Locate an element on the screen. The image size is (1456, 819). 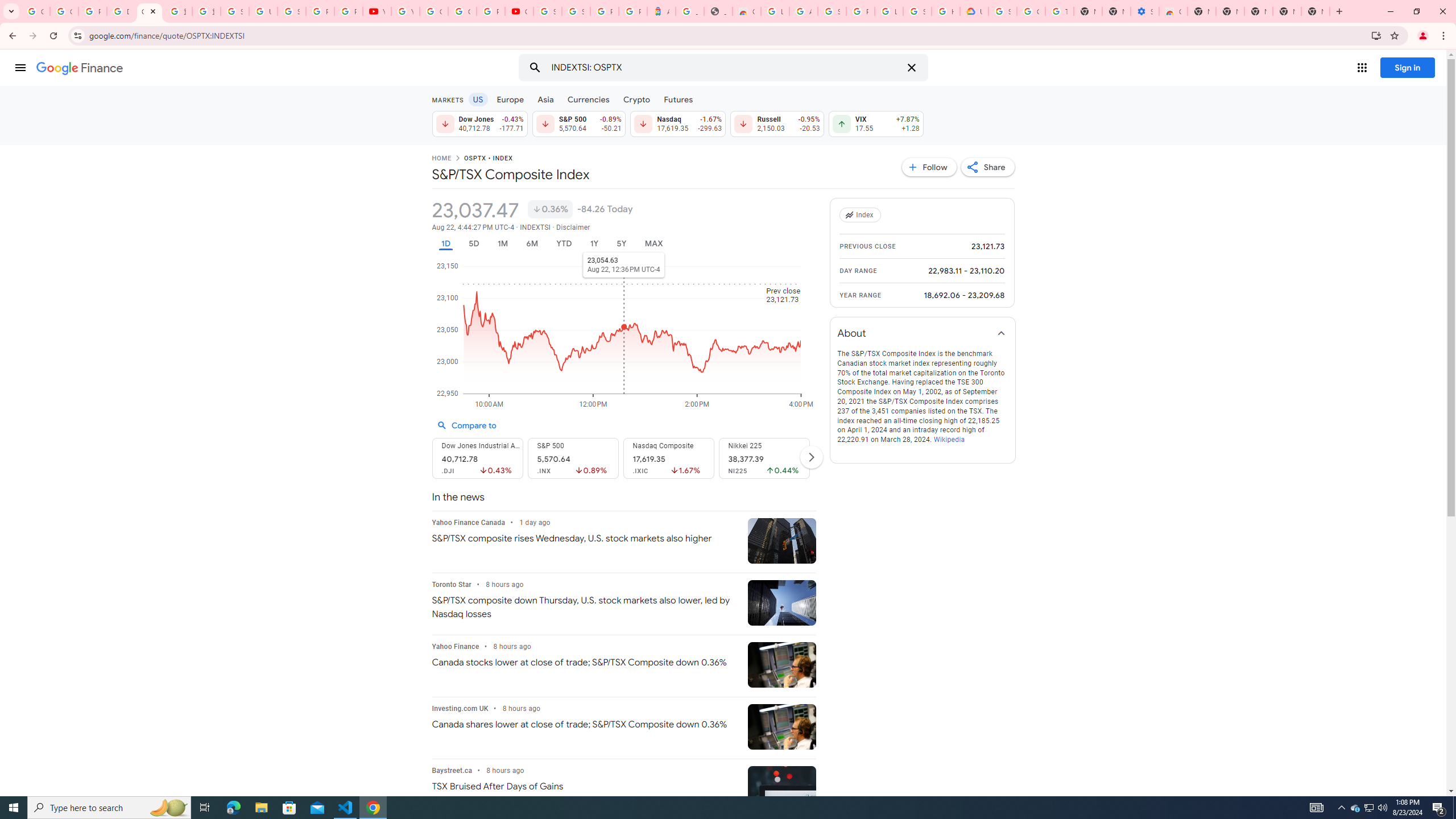
'Privacy Checkup' is located at coordinates (348, 11).